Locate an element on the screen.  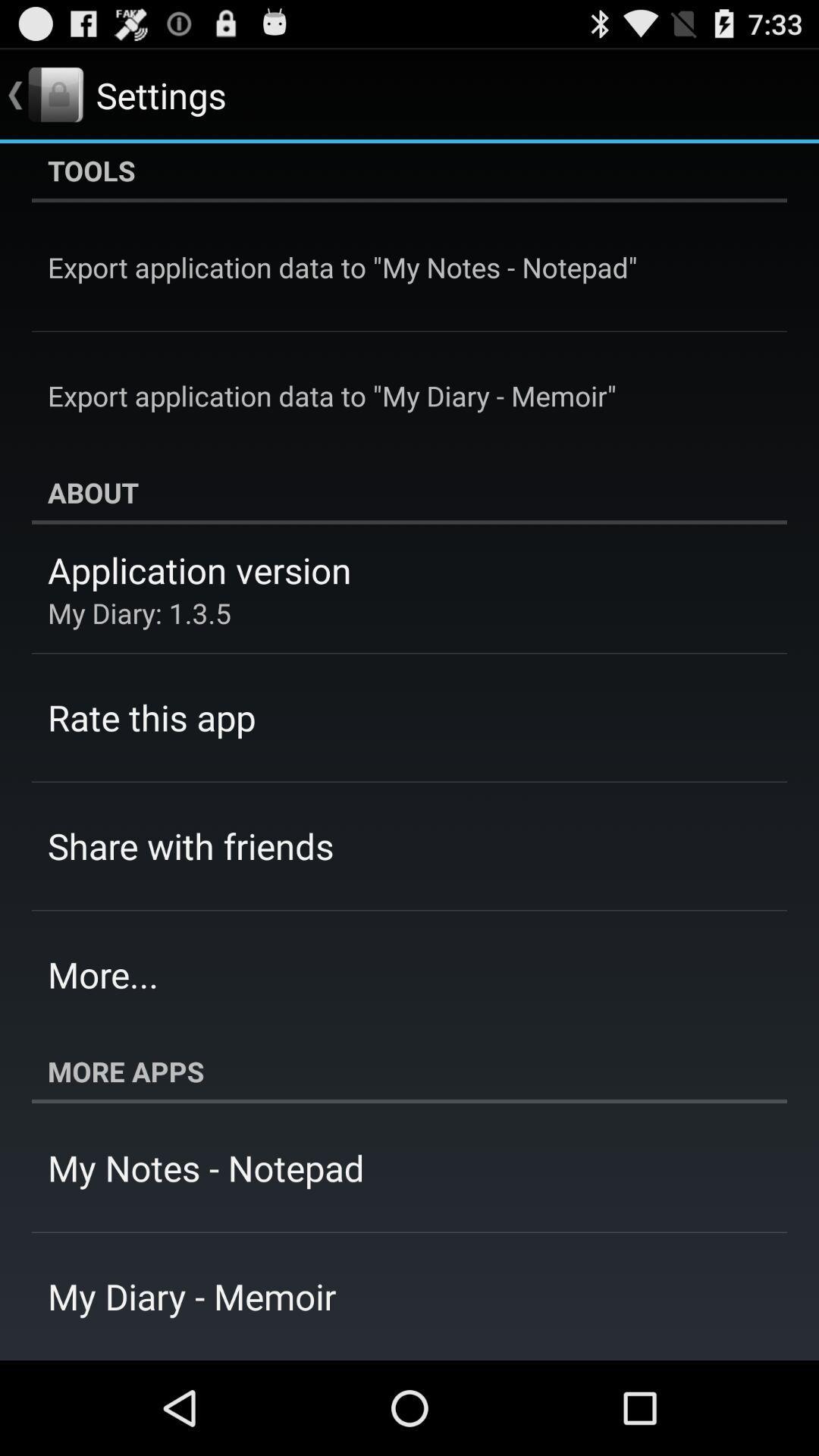
icon at the bottom is located at coordinates (409, 1070).